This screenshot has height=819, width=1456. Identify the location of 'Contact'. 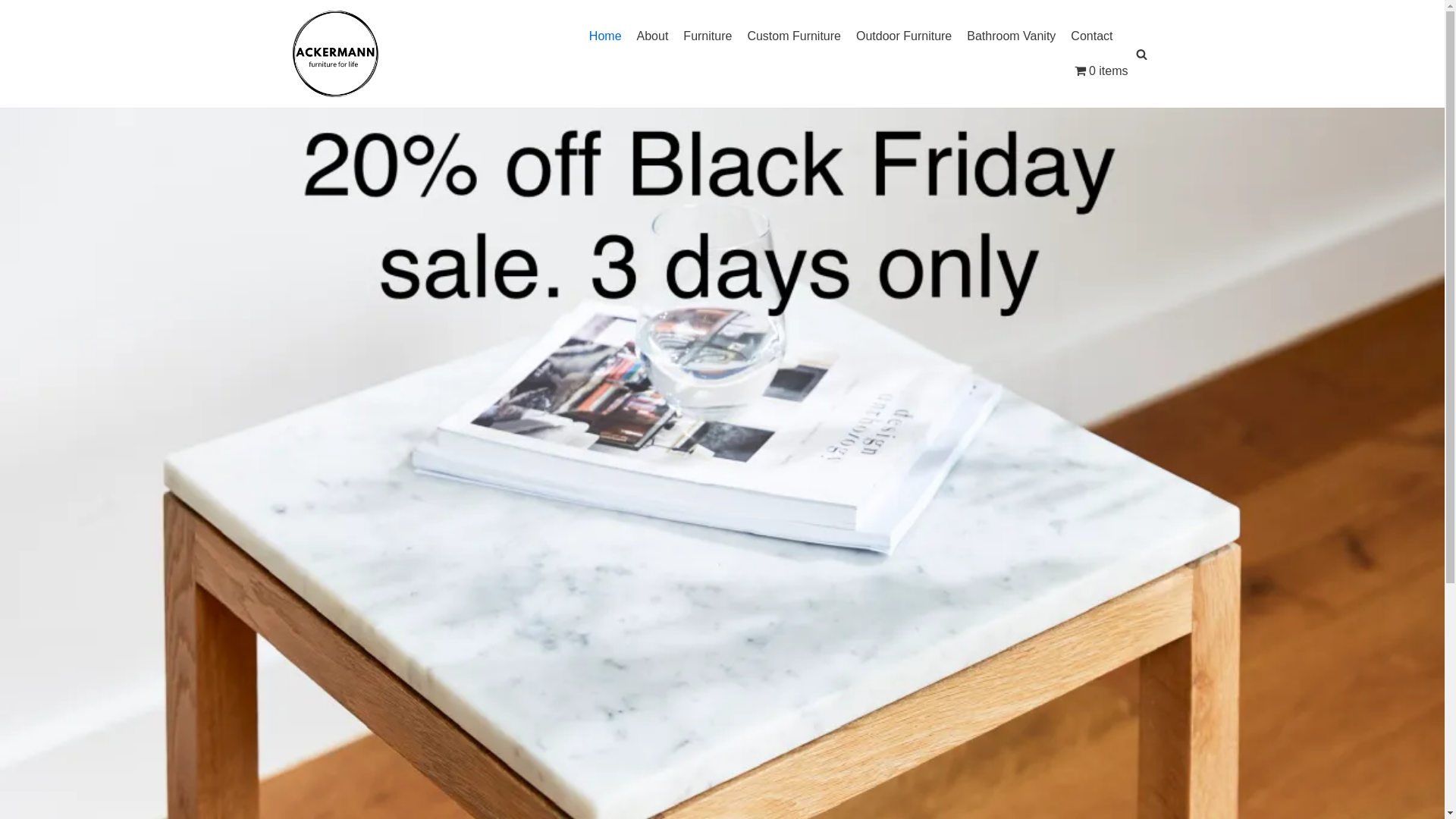
(1090, 35).